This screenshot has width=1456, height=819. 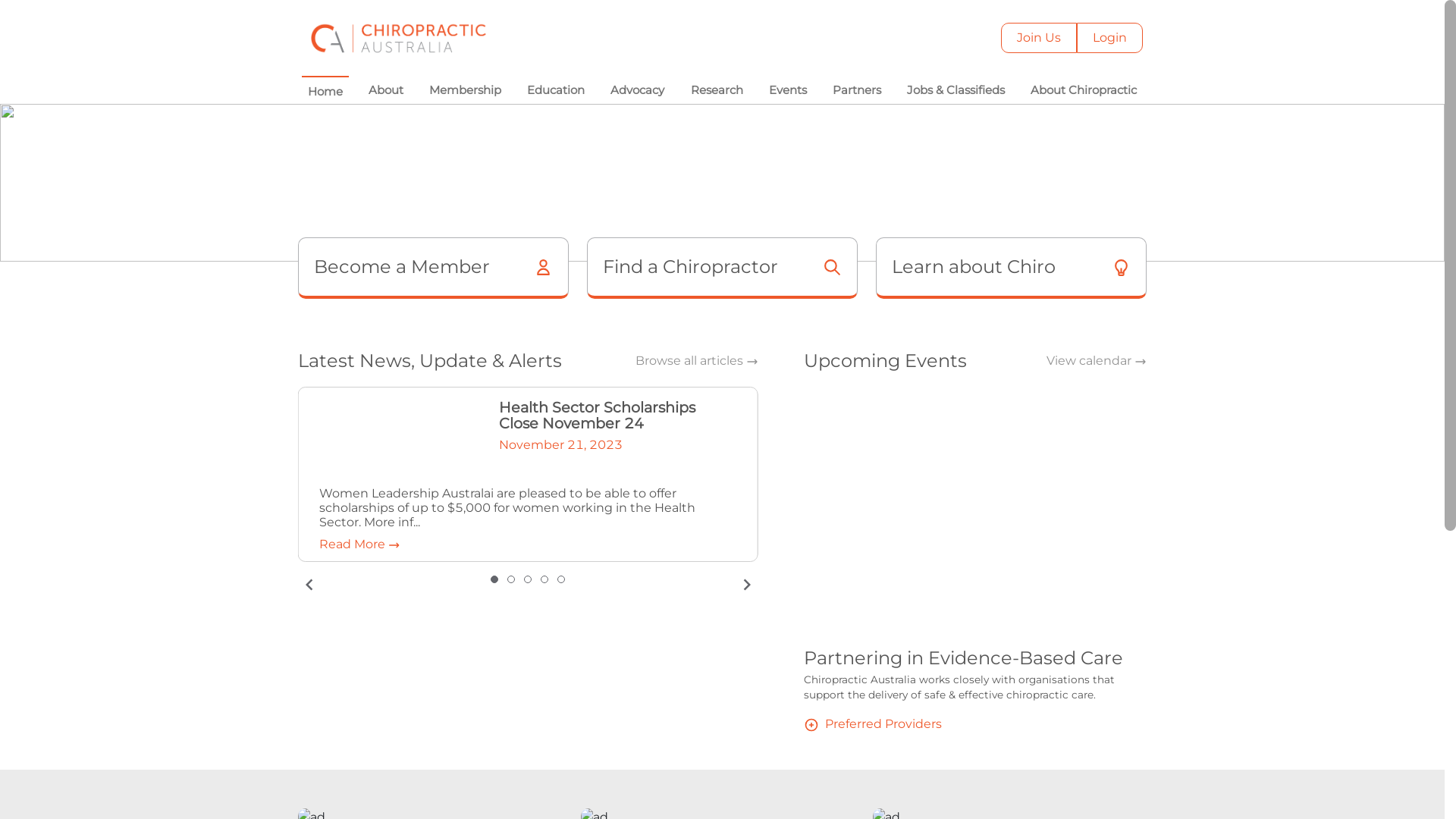 I want to click on 'slide item 5', so click(x=560, y=579).